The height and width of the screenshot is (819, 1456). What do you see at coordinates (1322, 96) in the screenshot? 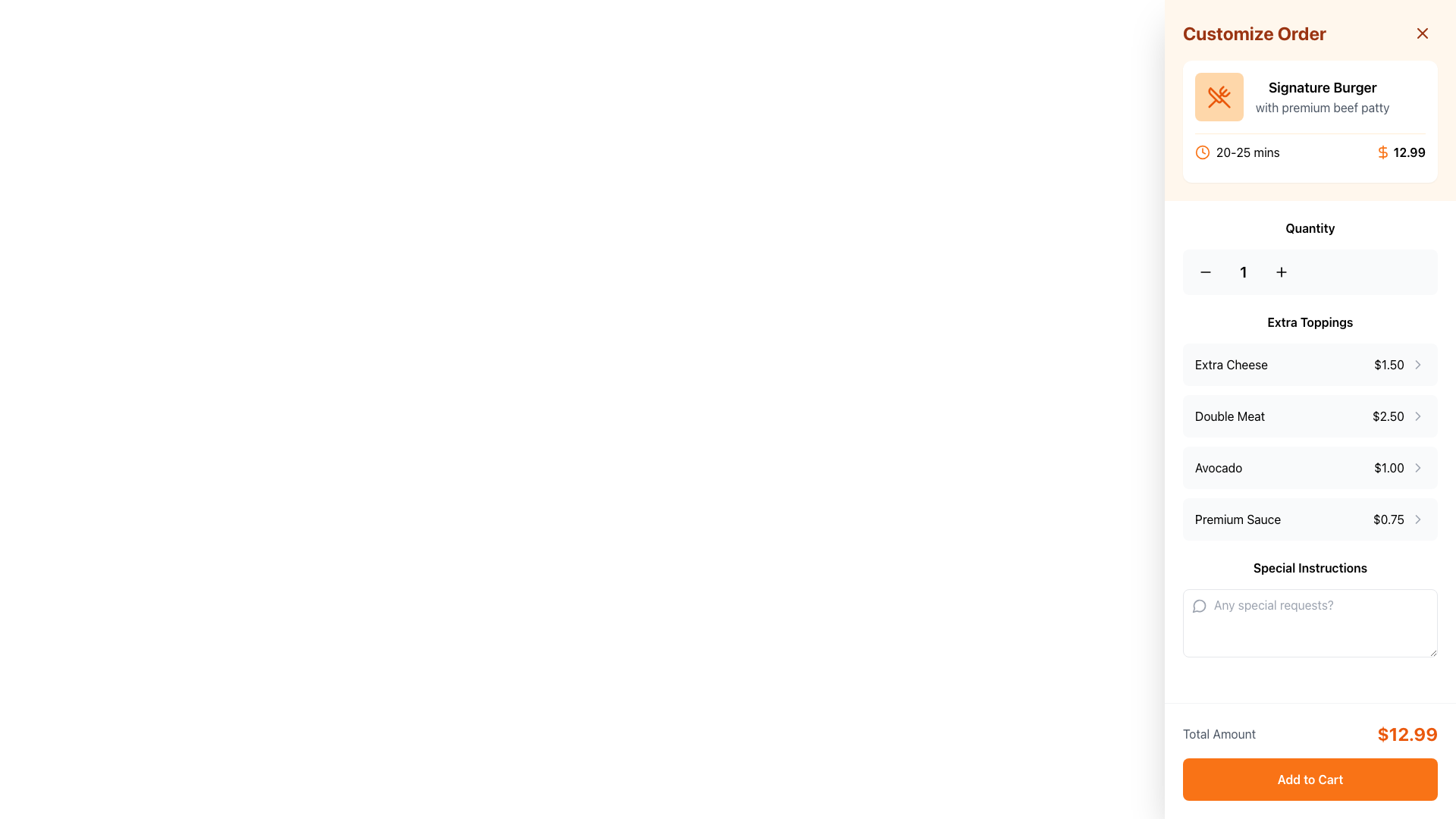
I see `text content of the 'Signature Burger' label, which includes the bold text 'Signature Burger' and the smaller text 'with premium beef patty', located in the 'Customize Order' section to the right of the orange crossed utensils icon` at bounding box center [1322, 96].